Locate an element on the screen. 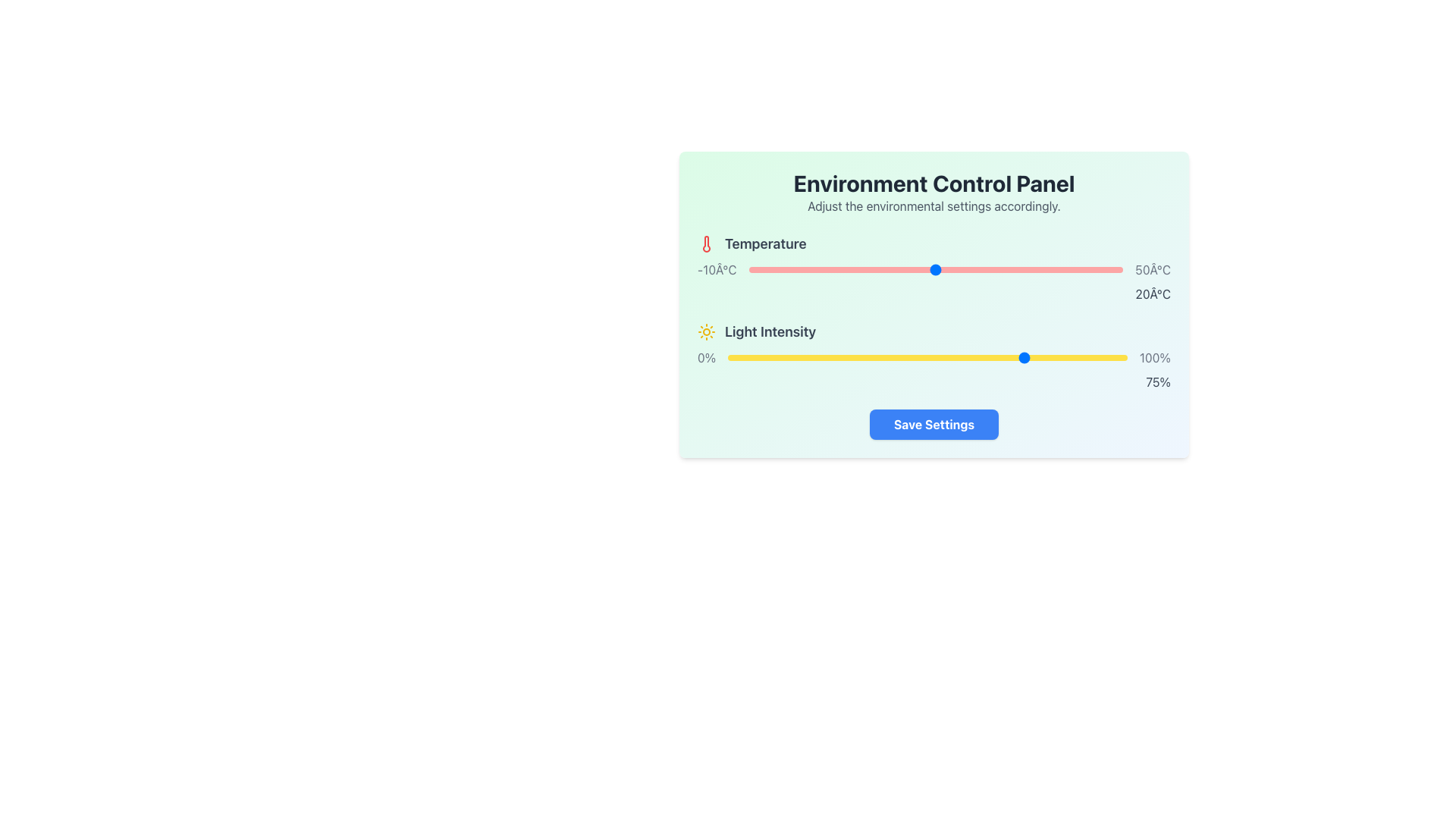 The width and height of the screenshot is (1456, 819). temperature is located at coordinates (1104, 268).